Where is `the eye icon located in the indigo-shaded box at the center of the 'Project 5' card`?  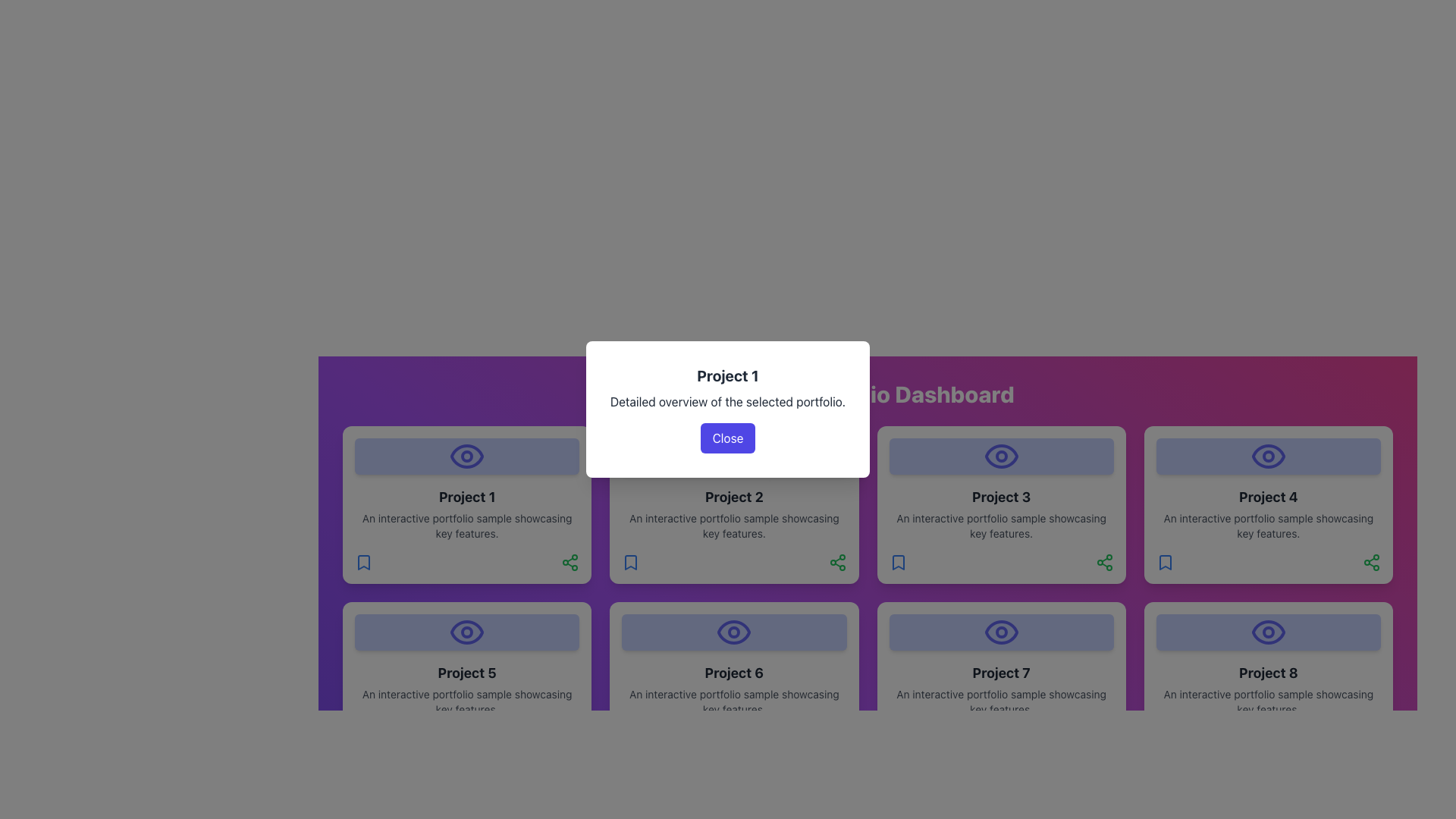
the eye icon located in the indigo-shaded box at the center of the 'Project 5' card is located at coordinates (466, 632).